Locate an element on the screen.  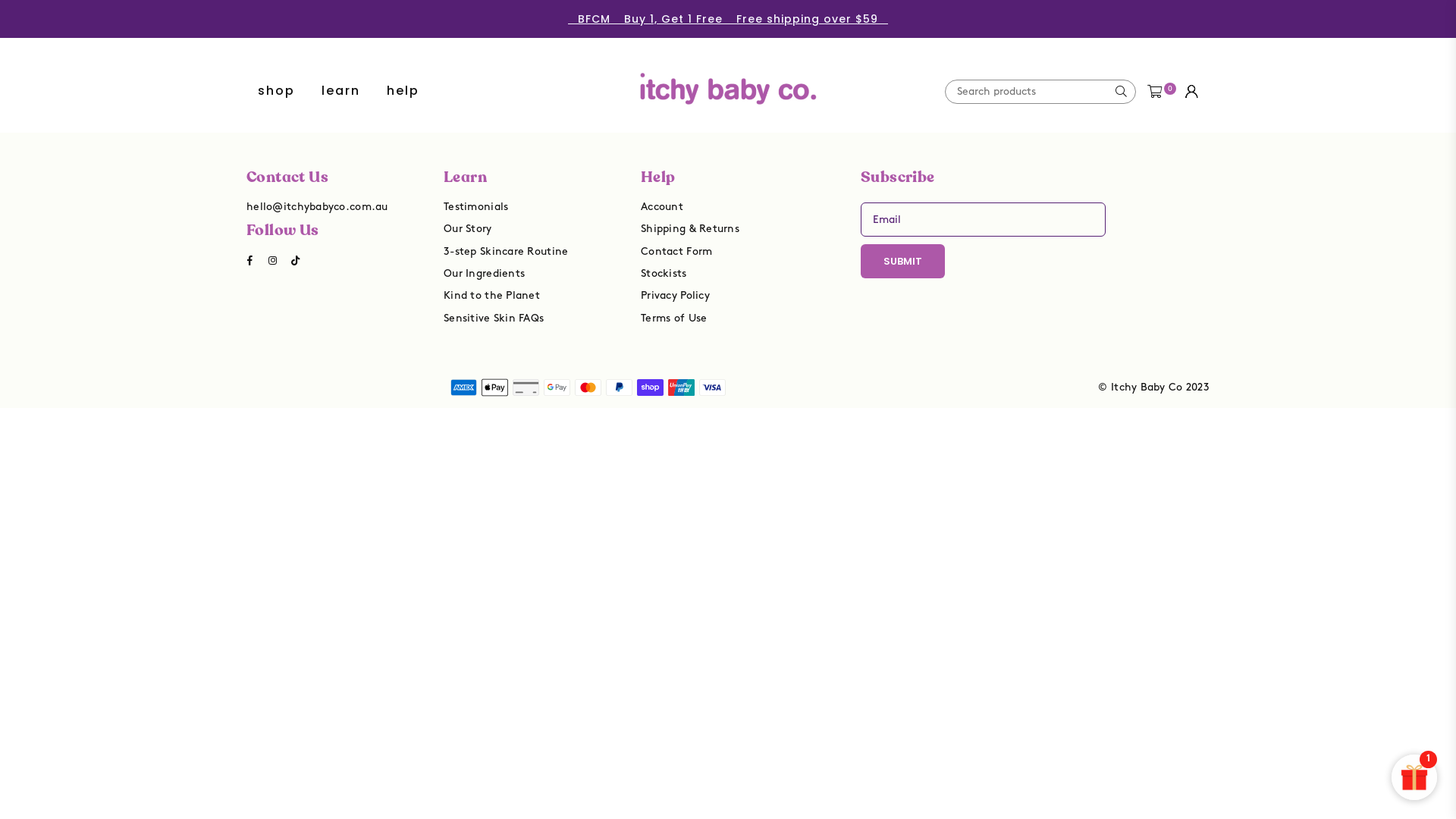
'Logout' is located at coordinates (1191, 91).